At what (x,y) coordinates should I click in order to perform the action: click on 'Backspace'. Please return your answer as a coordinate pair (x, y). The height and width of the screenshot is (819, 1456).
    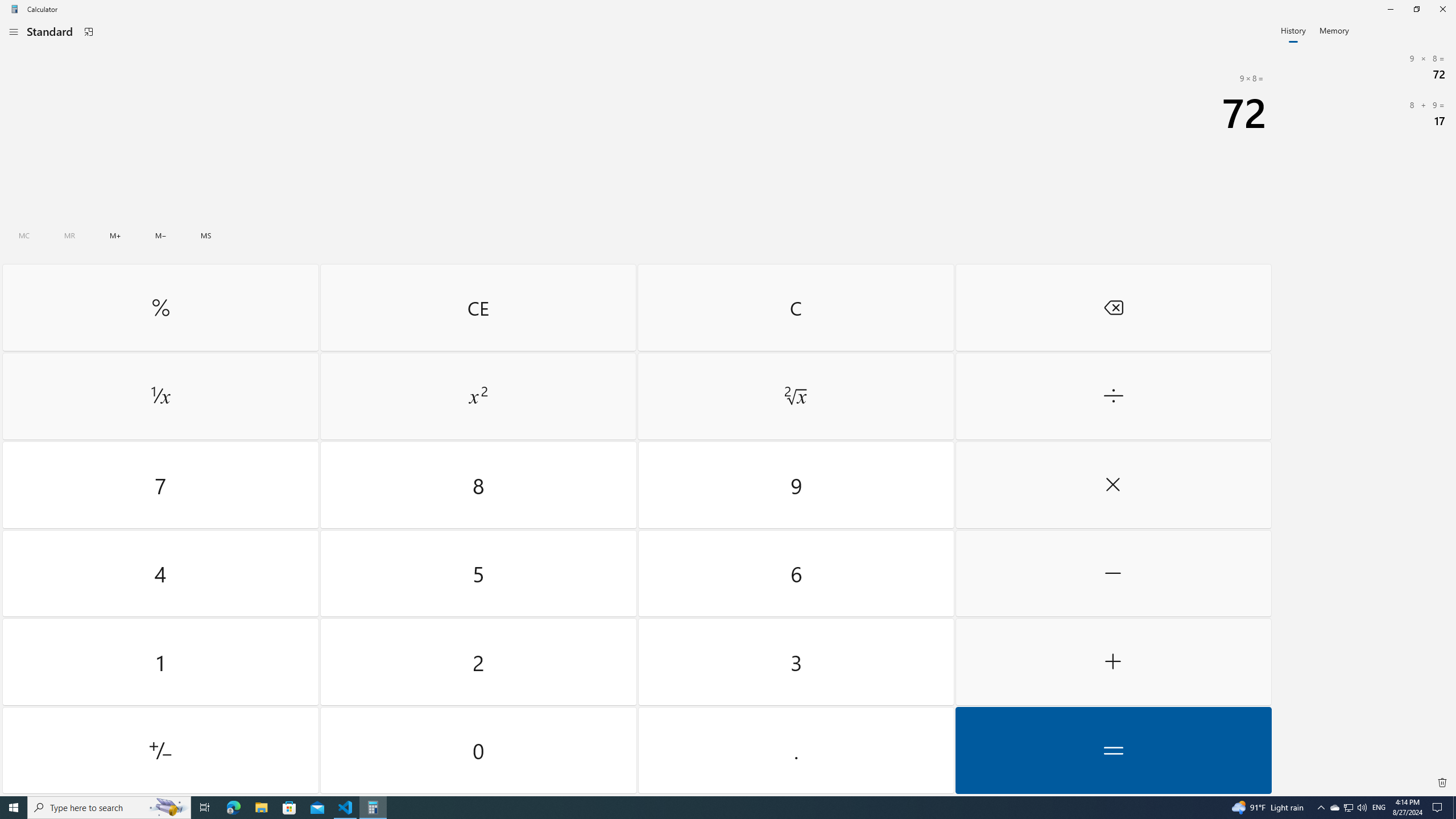
    Looking at the image, I should click on (1112, 307).